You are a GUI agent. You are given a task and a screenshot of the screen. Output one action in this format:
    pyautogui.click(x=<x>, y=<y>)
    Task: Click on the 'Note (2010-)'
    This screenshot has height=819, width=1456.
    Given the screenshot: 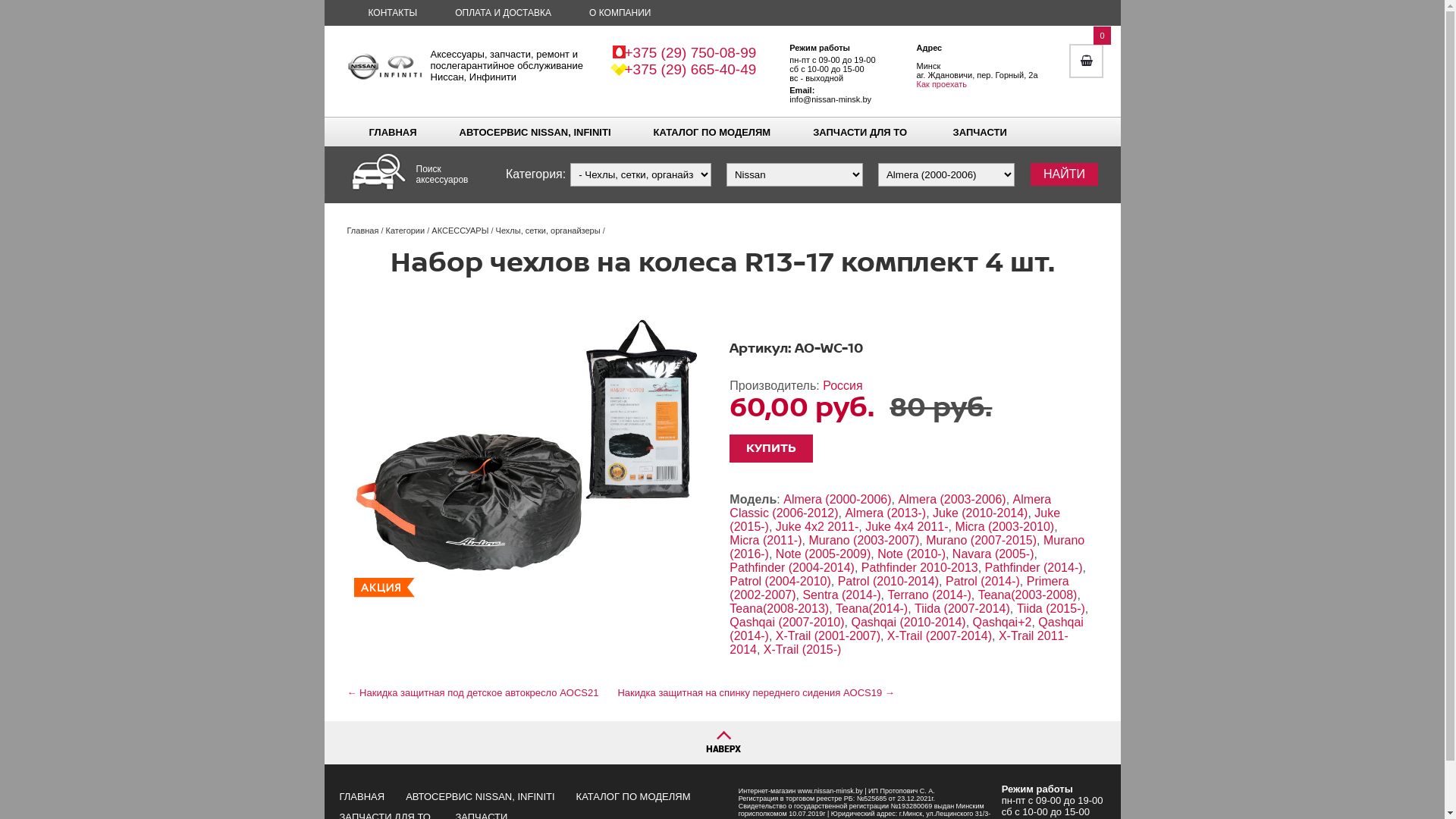 What is the action you would take?
    pyautogui.click(x=910, y=554)
    